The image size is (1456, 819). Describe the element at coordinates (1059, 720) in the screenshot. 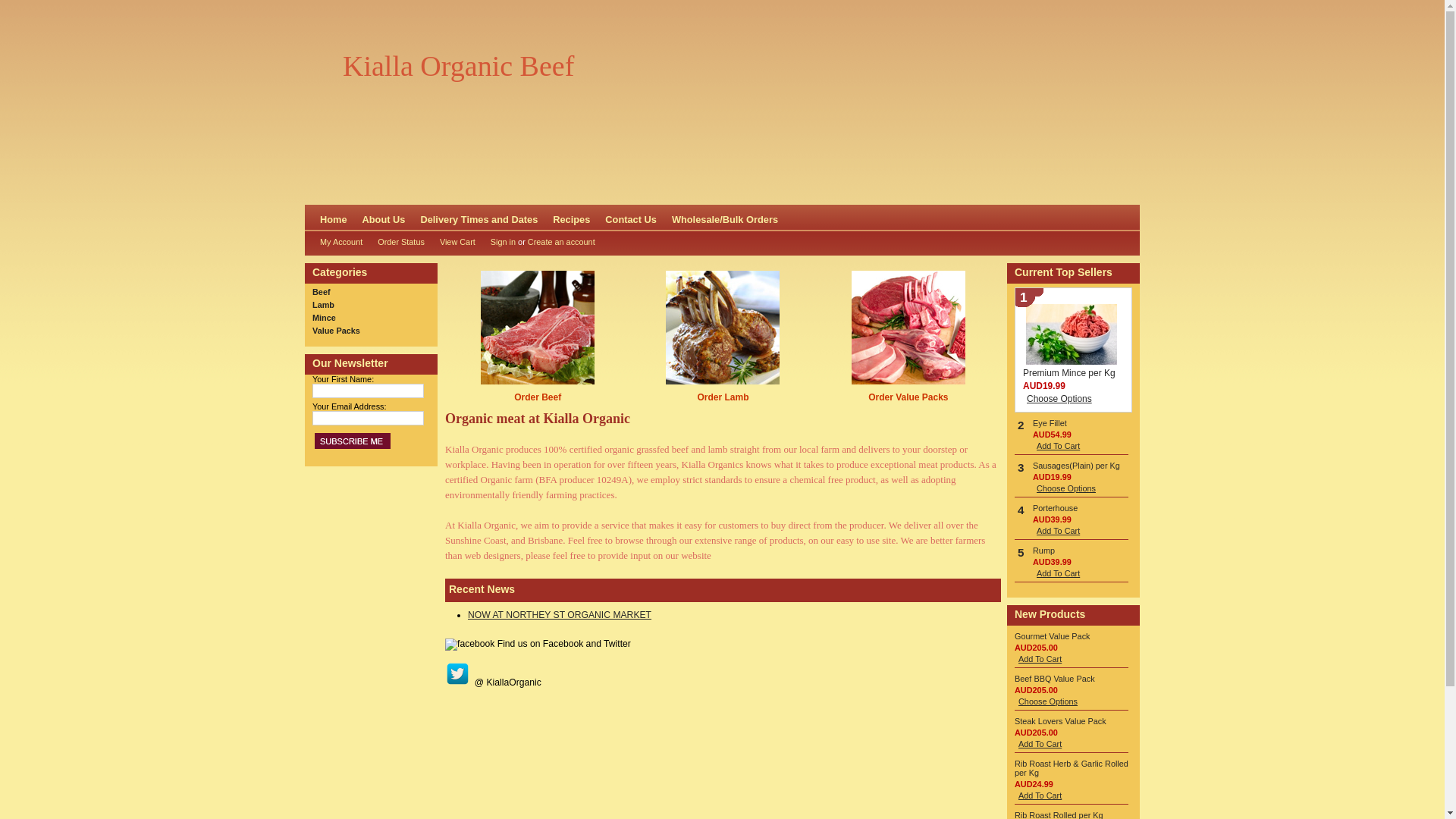

I see `'Steak Lovers Value Pack'` at that location.